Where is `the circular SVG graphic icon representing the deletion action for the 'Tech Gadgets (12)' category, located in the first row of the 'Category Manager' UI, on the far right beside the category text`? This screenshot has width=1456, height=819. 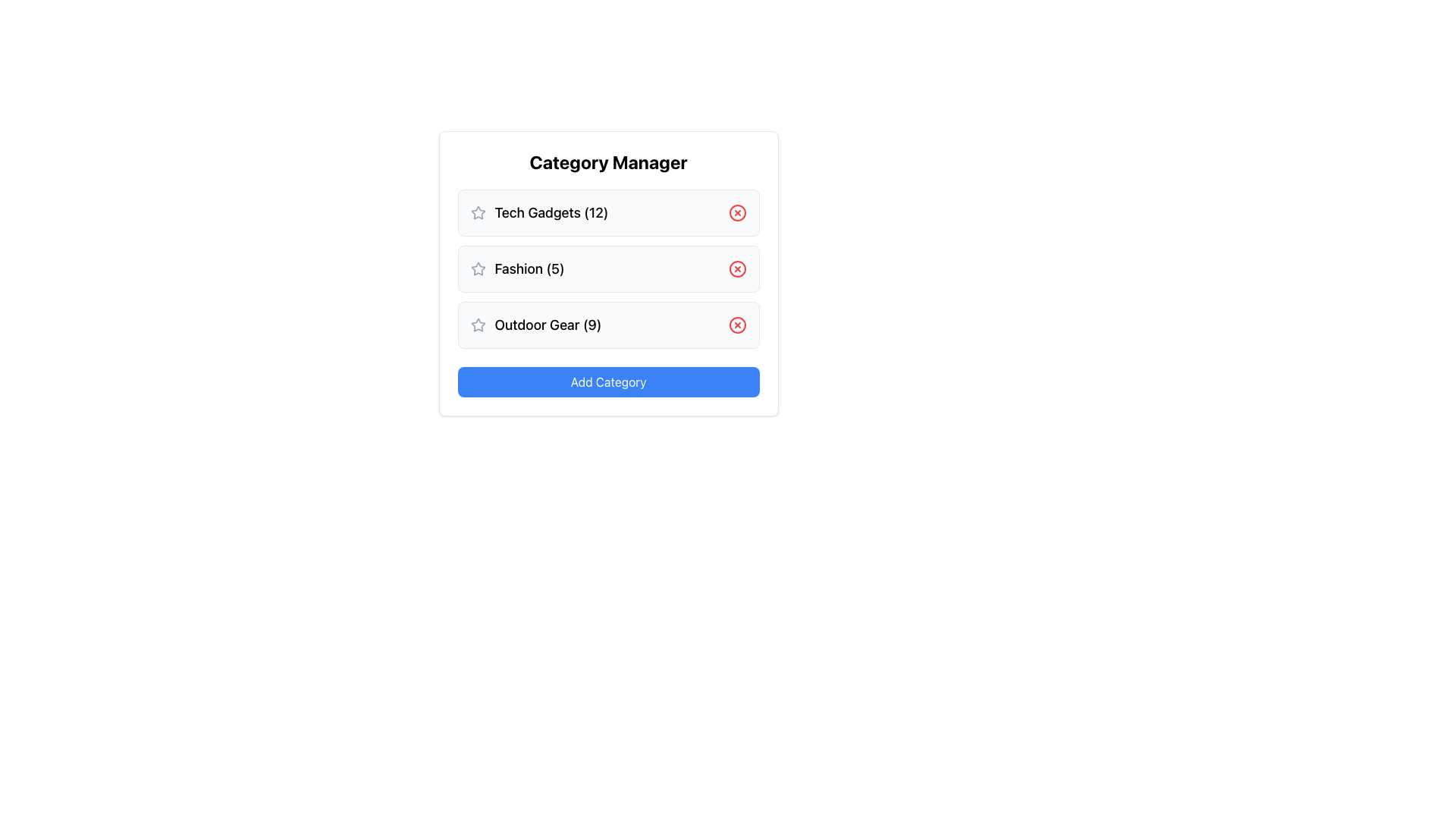
the circular SVG graphic icon representing the deletion action for the 'Tech Gadgets (12)' category, located in the first row of the 'Category Manager' UI, on the far right beside the category text is located at coordinates (737, 213).